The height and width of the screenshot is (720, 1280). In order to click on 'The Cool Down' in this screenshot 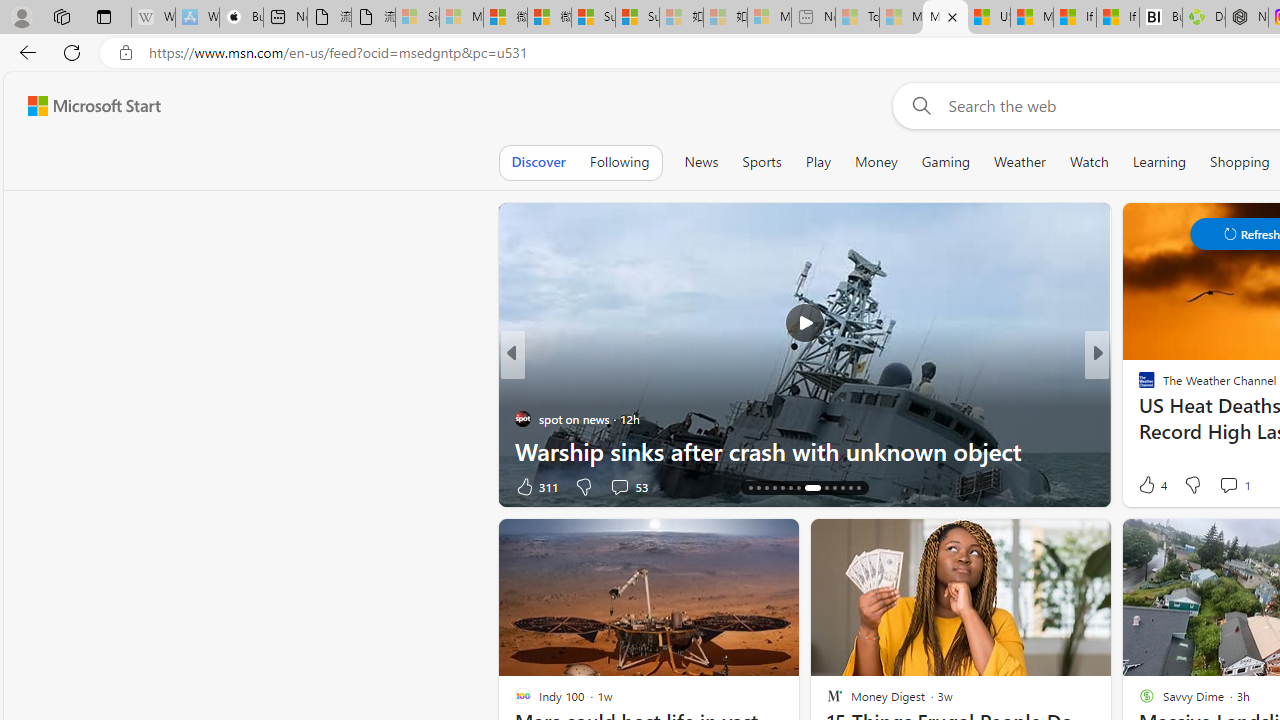, I will do `click(1138, 387)`.